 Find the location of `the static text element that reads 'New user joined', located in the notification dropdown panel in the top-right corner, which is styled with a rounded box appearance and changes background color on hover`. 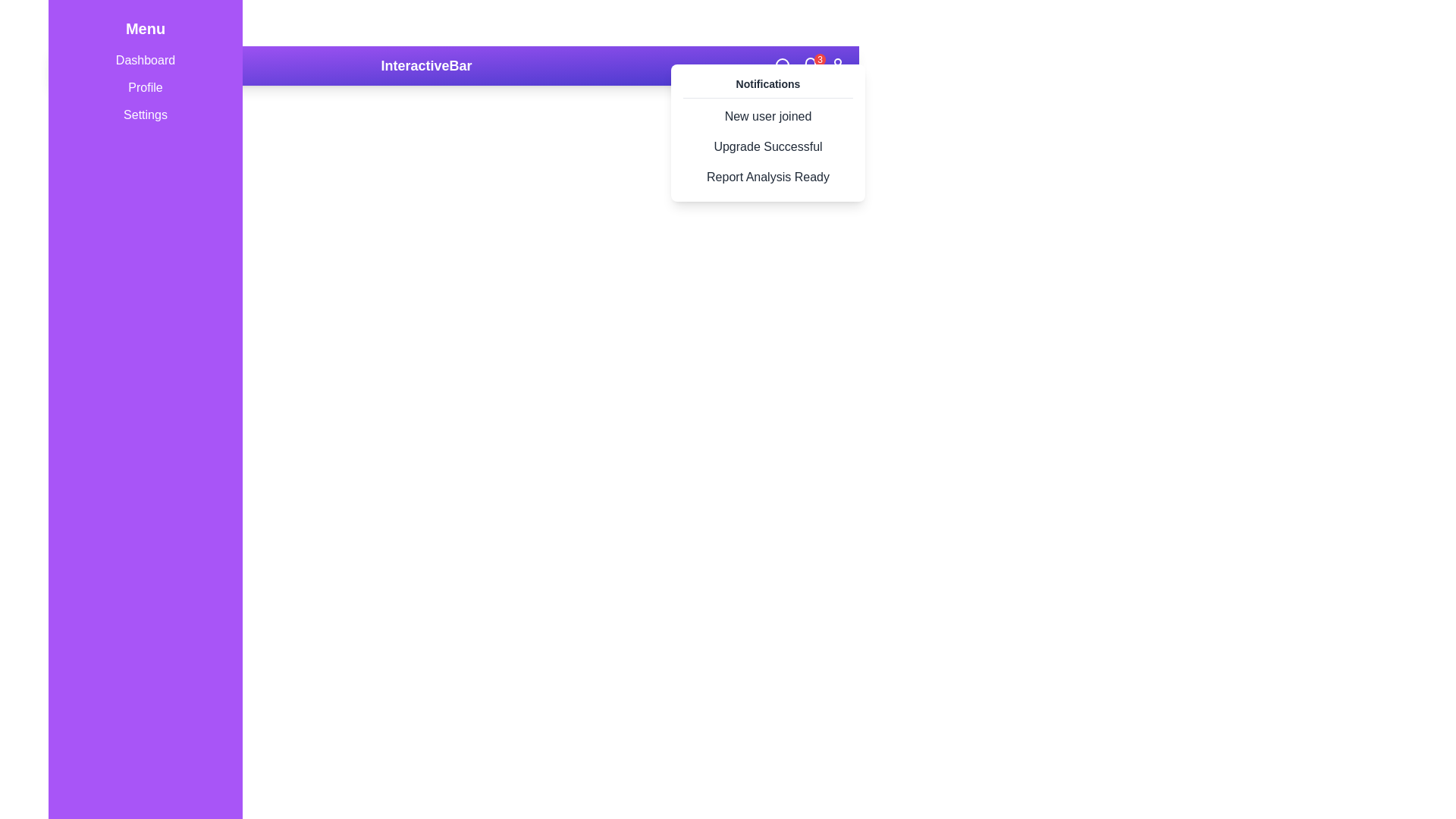

the static text element that reads 'New user joined', located in the notification dropdown panel in the top-right corner, which is styled with a rounded box appearance and changes background color on hover is located at coordinates (767, 116).